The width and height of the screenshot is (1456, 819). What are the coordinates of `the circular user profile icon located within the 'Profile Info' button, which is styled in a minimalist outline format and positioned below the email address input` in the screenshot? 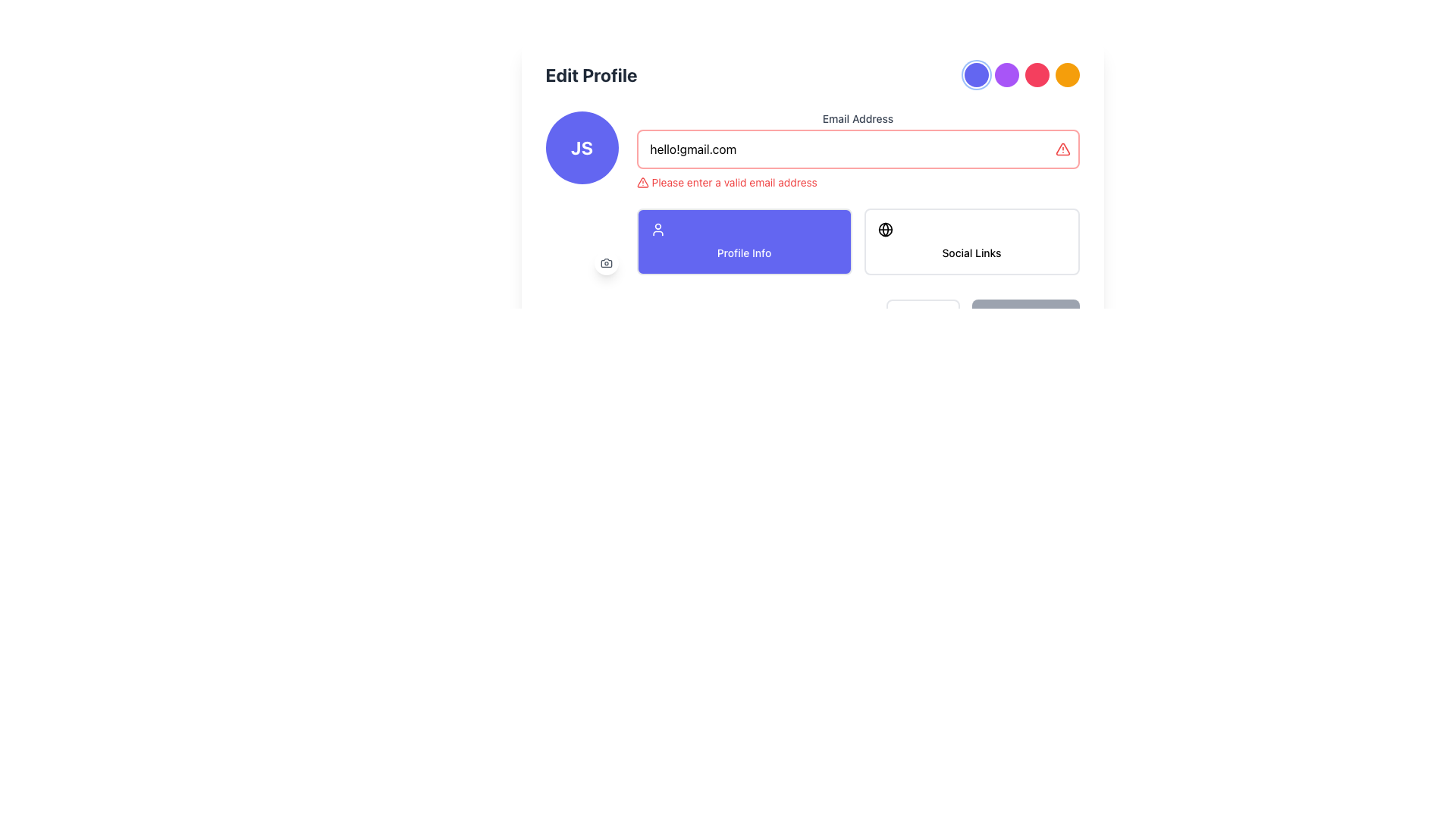 It's located at (657, 230).